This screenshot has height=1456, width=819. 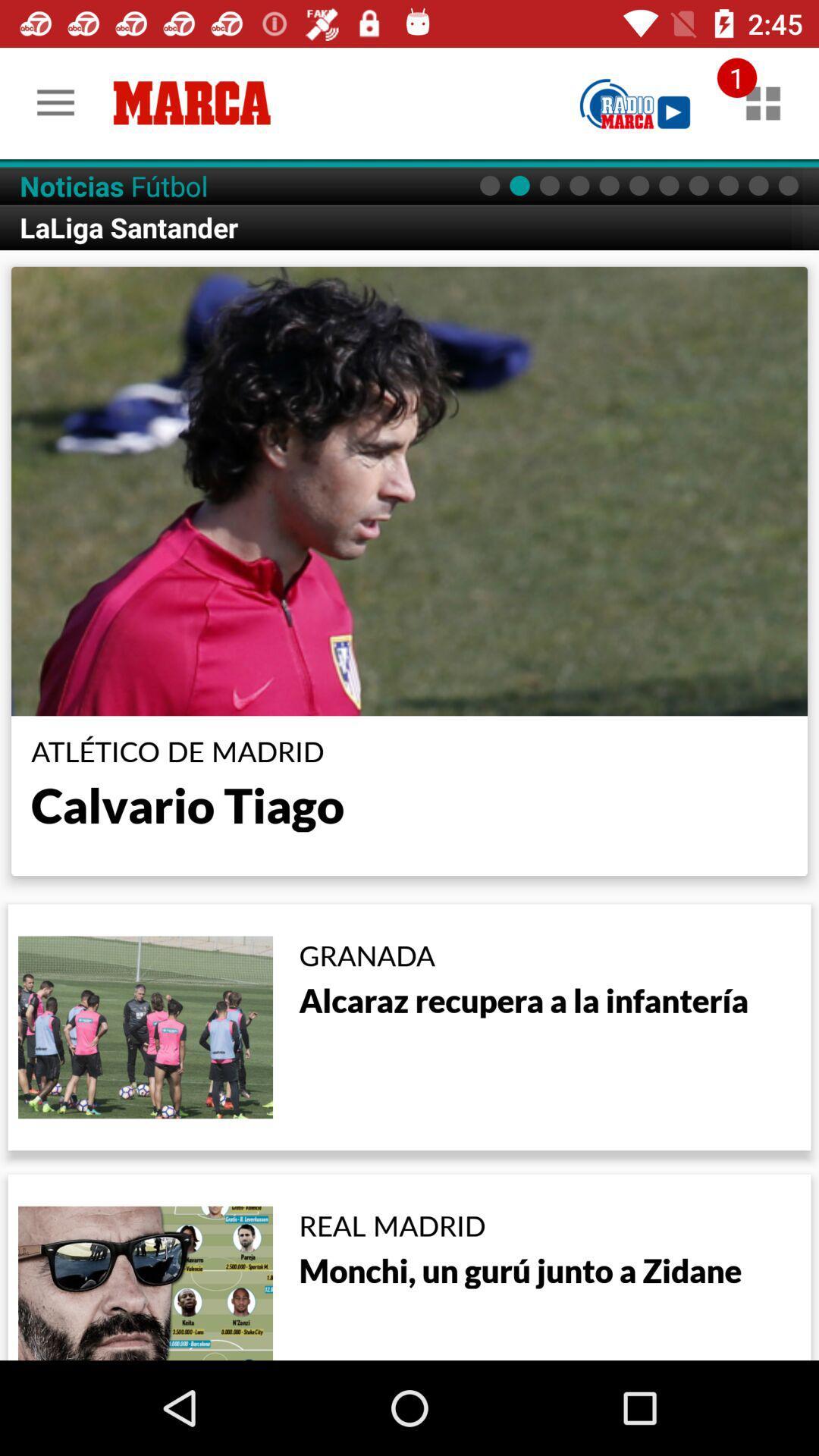 I want to click on more options, so click(x=763, y=102).